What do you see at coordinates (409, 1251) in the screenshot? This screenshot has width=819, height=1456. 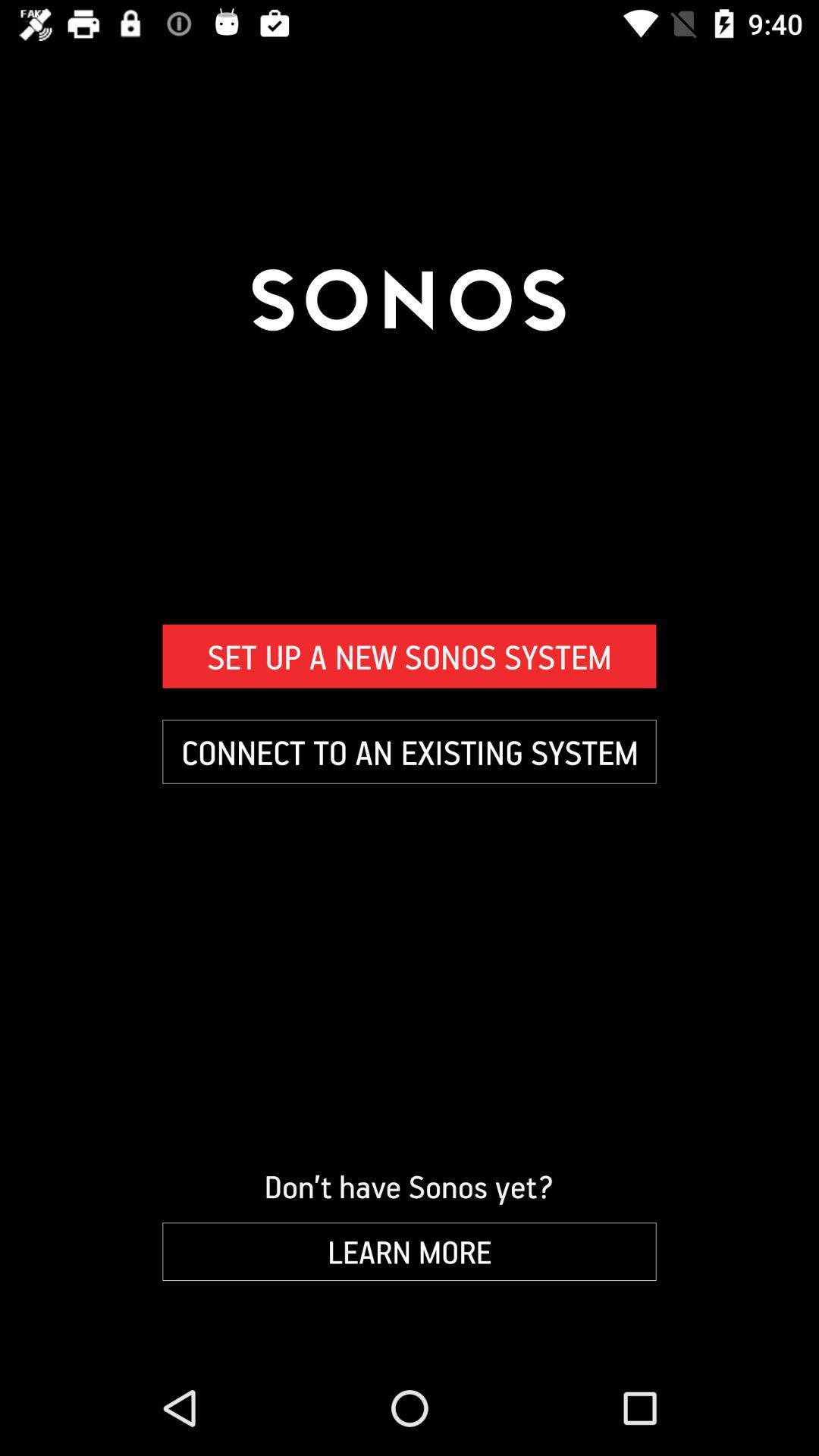 I see `learn more icon` at bounding box center [409, 1251].